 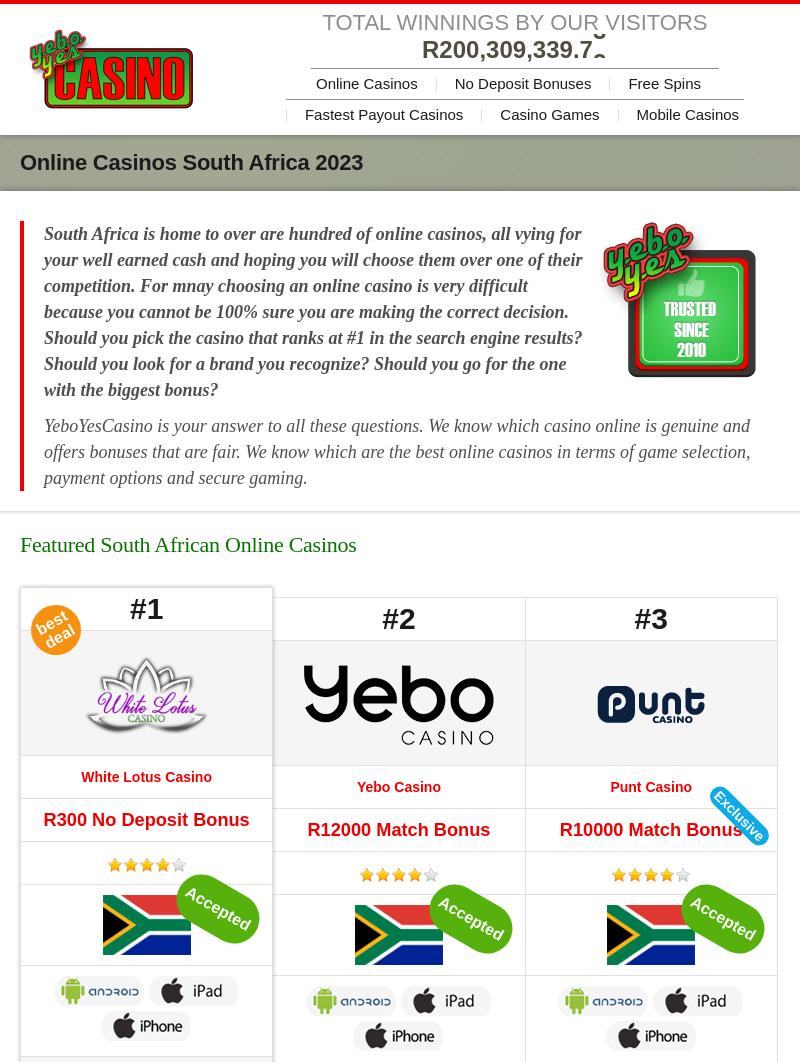 What do you see at coordinates (396, 450) in the screenshot?
I see `'YeboYesCasino is your answer to all these questions. We know which casino online is genuine and offers bonuses that are fair. We know which are the best online casinos in terms of game selection, payment options and secure gaming.'` at bounding box center [396, 450].